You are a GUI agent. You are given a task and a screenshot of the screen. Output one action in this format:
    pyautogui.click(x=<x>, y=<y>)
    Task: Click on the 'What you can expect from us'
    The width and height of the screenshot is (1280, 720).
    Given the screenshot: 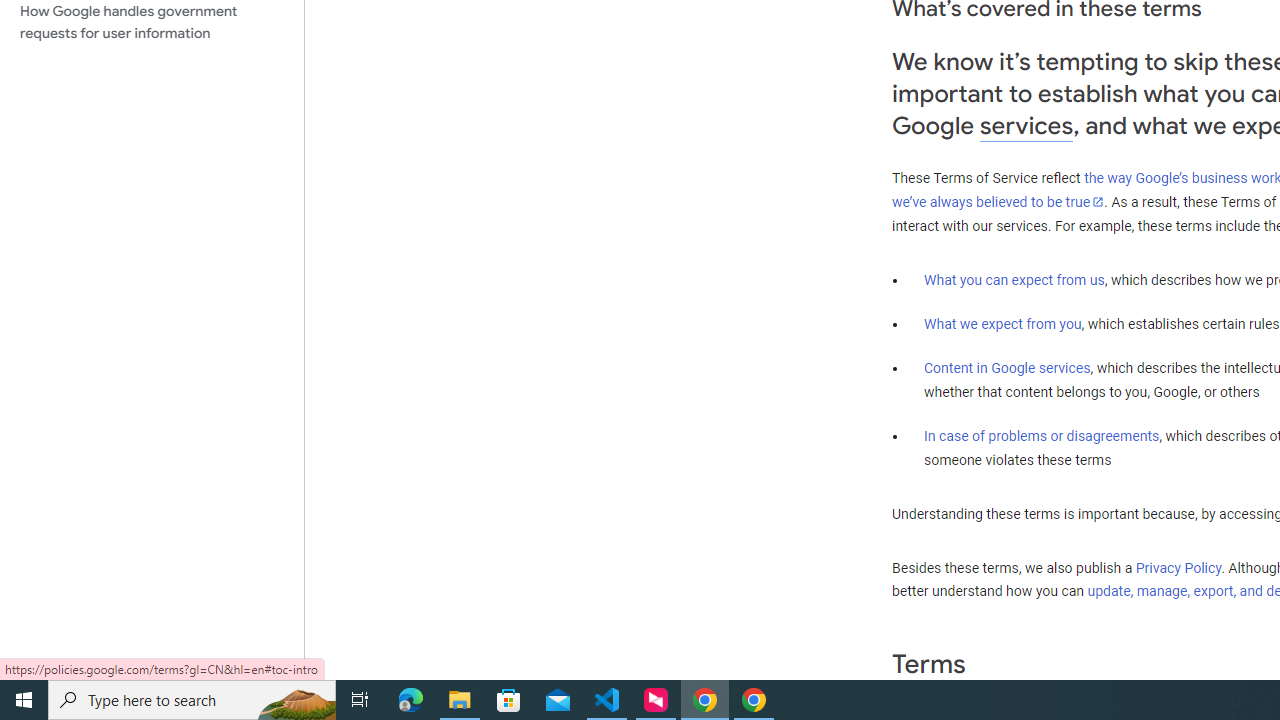 What is the action you would take?
    pyautogui.click(x=1014, y=279)
    